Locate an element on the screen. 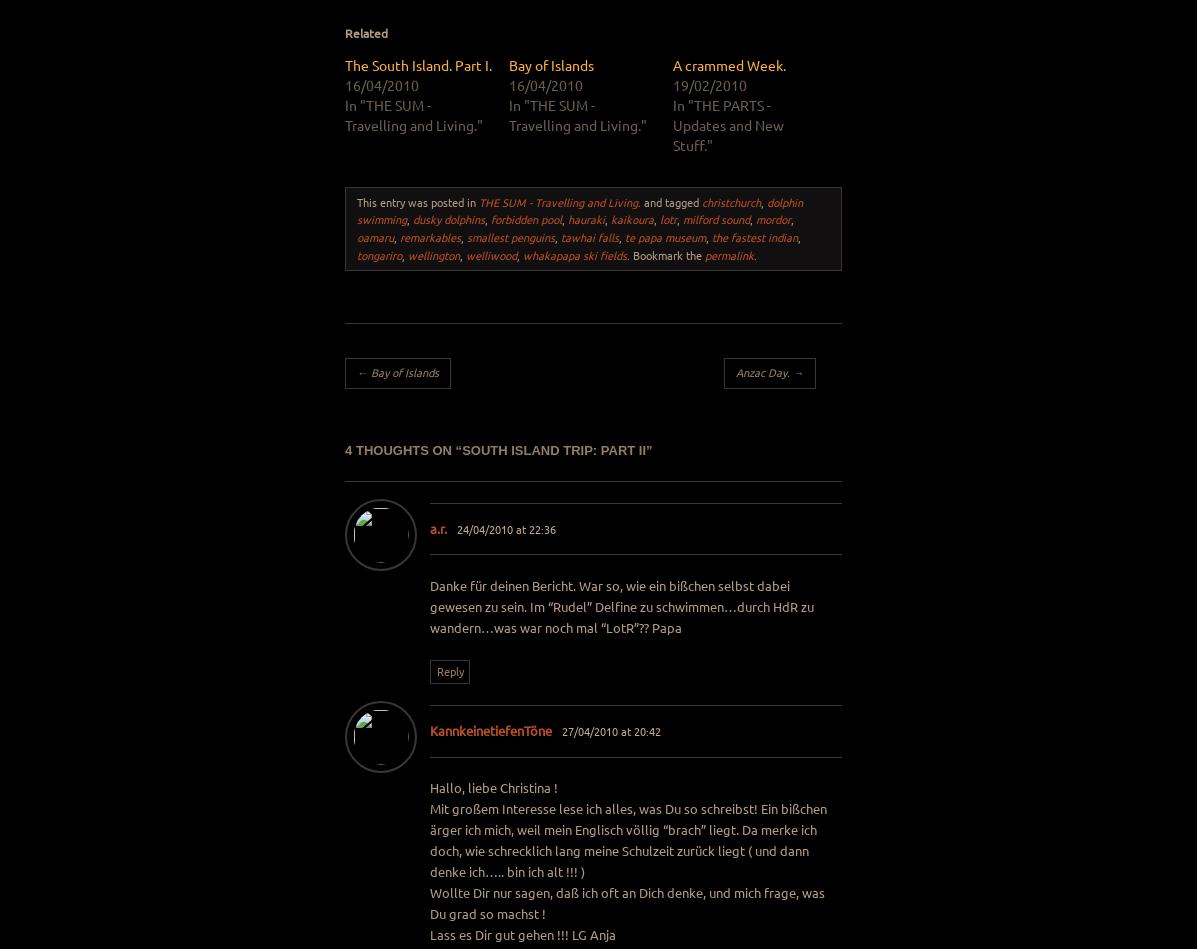 The image size is (1197, 949). '.' is located at coordinates (755, 253).